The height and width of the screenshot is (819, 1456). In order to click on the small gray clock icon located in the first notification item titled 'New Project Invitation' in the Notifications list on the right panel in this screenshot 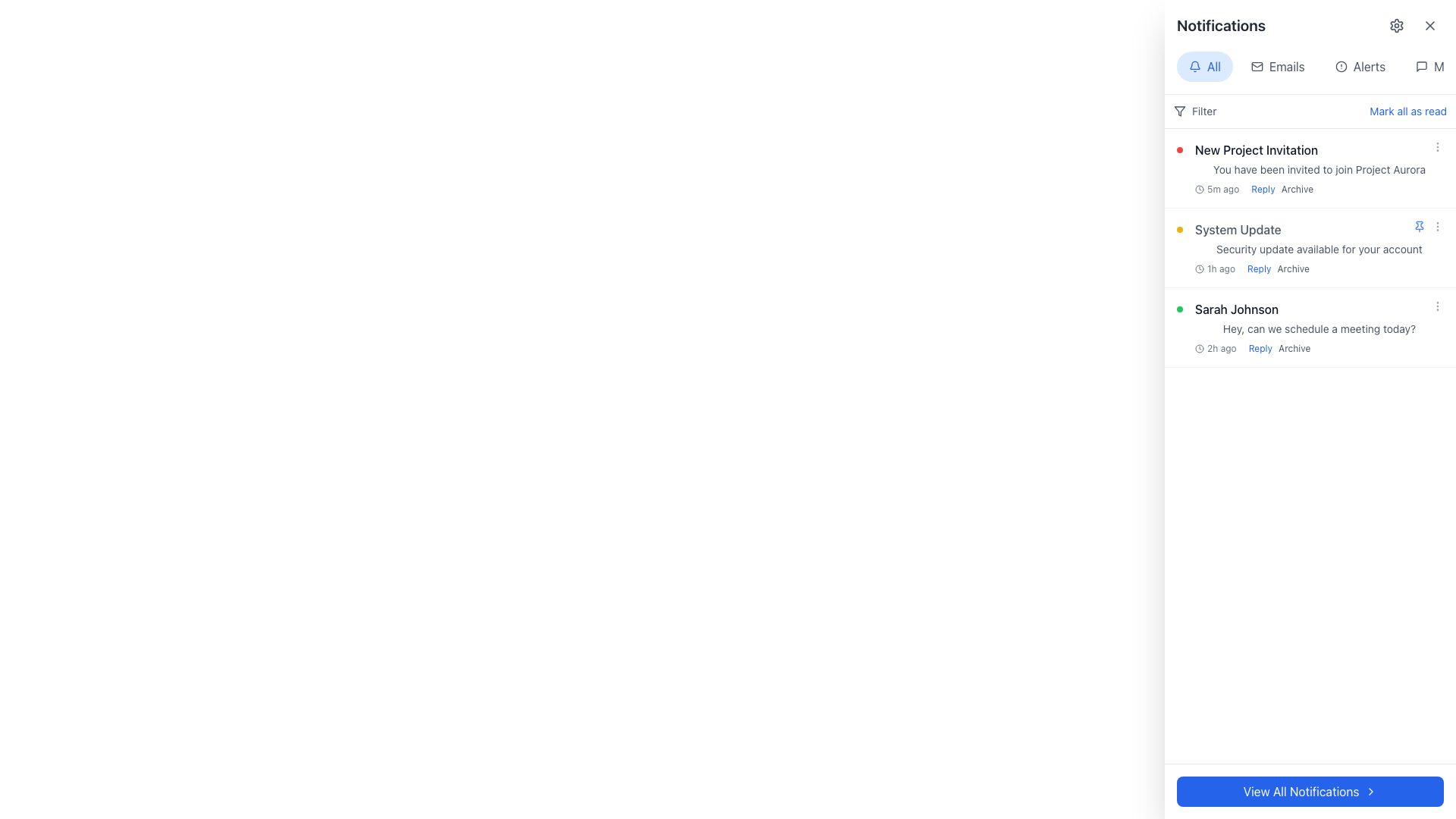, I will do `click(1199, 189)`.